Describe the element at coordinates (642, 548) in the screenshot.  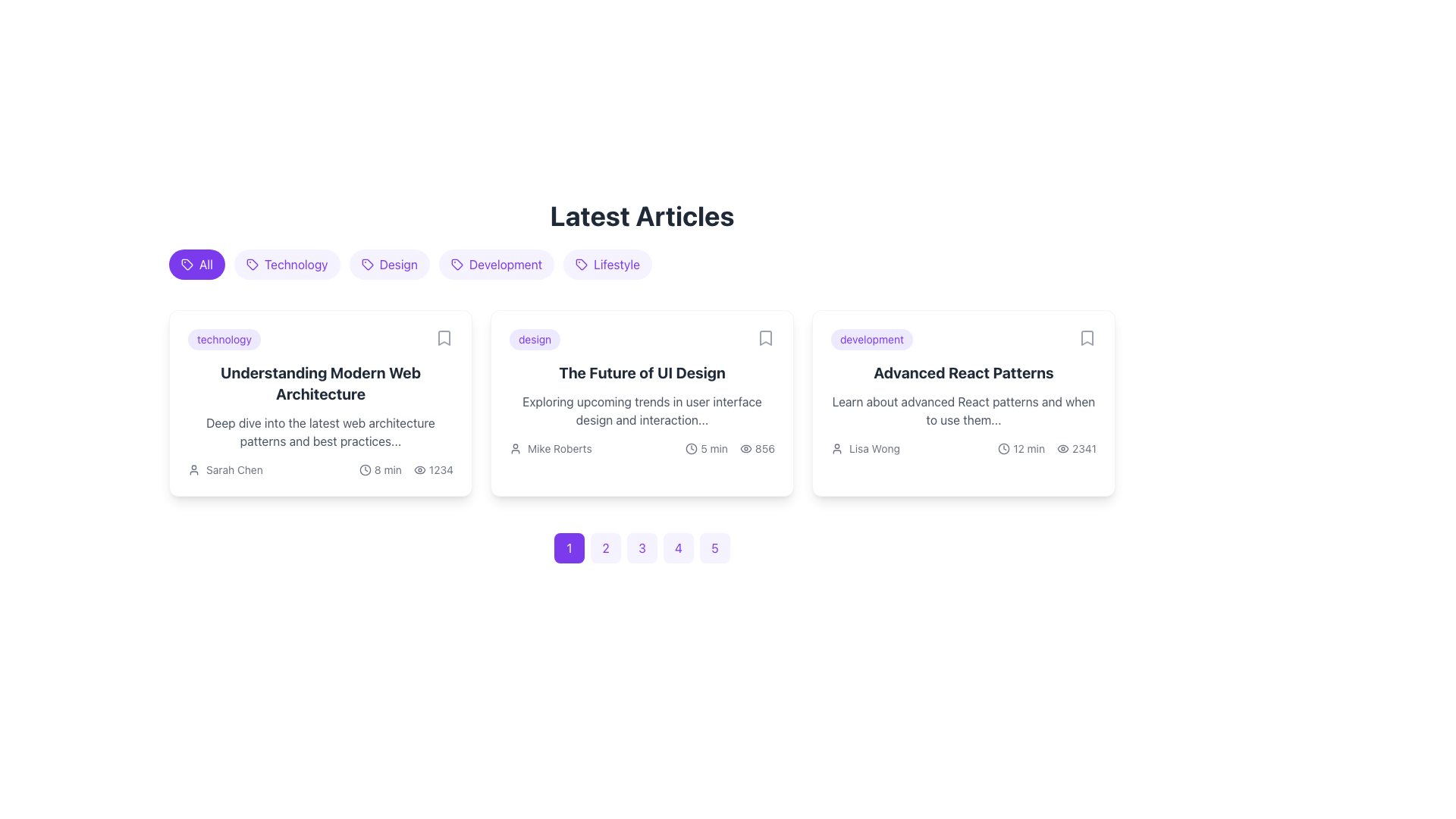
I see `the pagination button with a light violet background and the numeral '3'` at that location.